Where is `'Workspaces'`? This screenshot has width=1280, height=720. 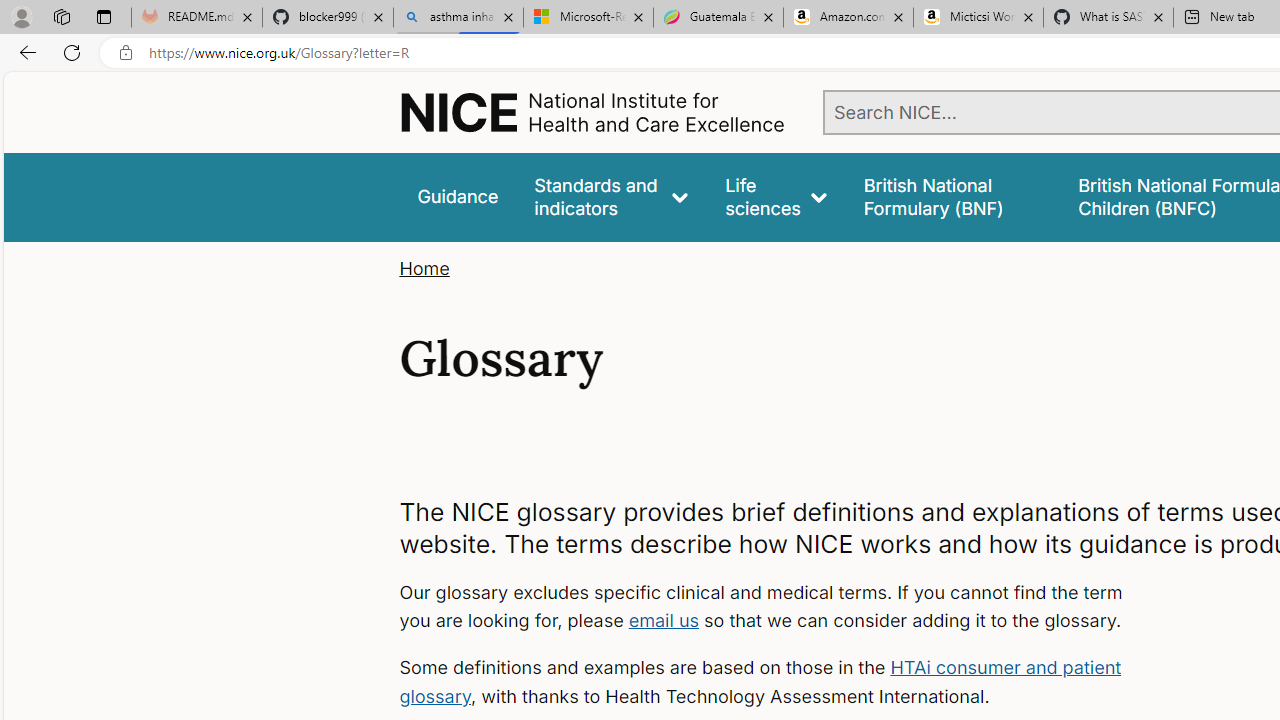
'Workspaces' is located at coordinates (61, 16).